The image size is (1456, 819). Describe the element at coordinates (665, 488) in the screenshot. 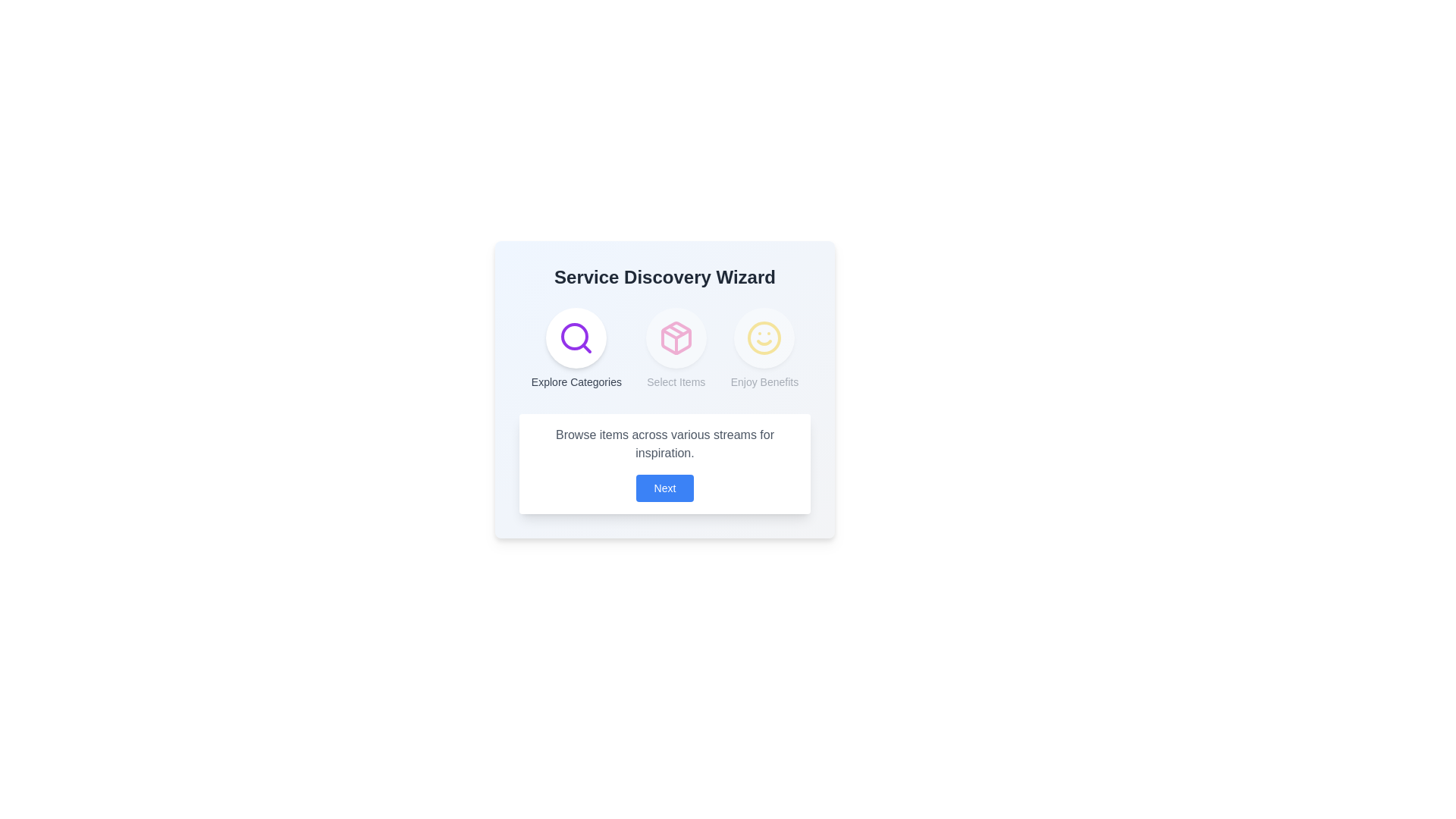

I see `the 'Next' button to proceed to the next step` at that location.